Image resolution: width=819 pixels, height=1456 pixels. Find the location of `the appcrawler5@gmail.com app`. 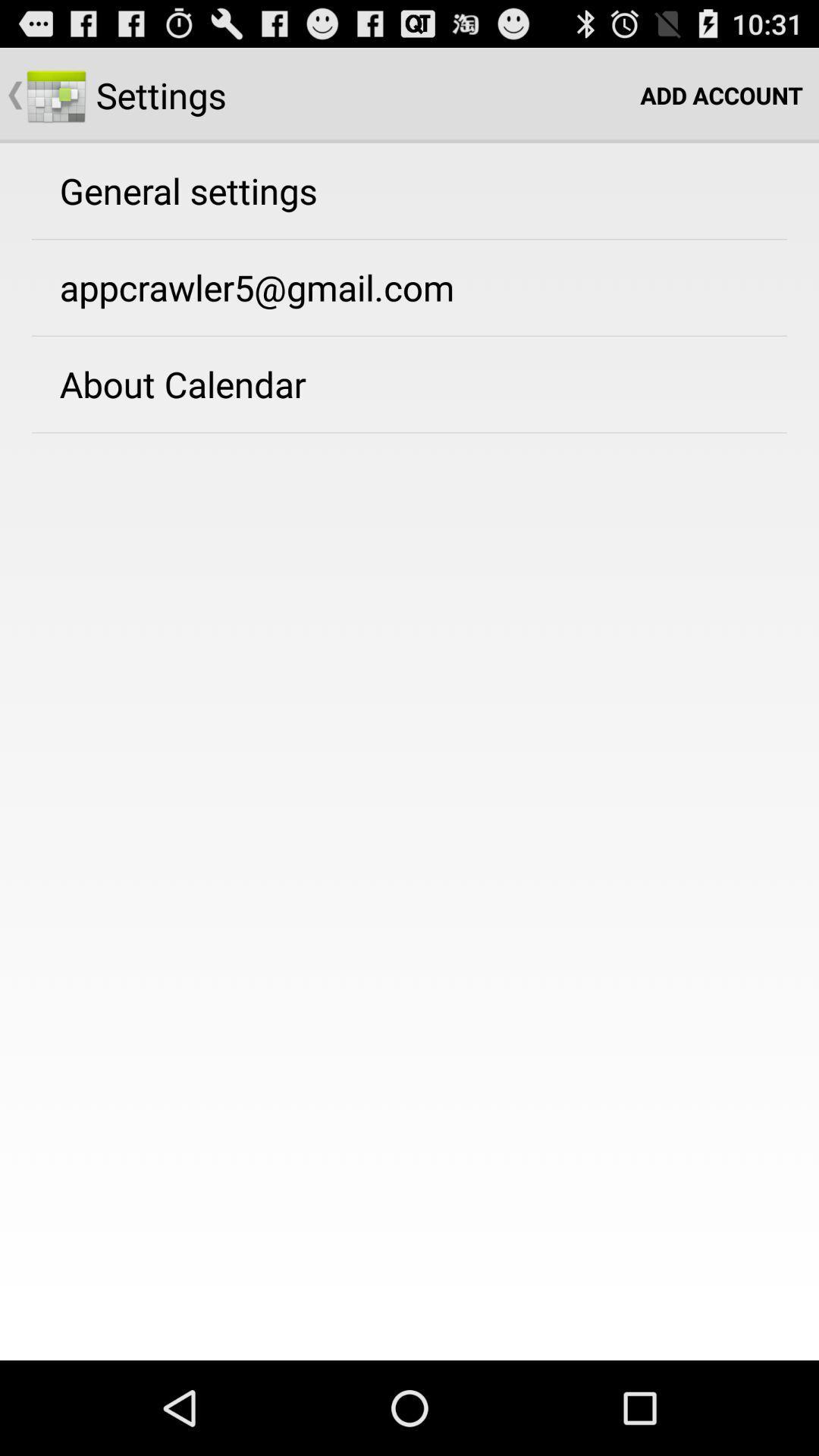

the appcrawler5@gmail.com app is located at coordinates (256, 287).